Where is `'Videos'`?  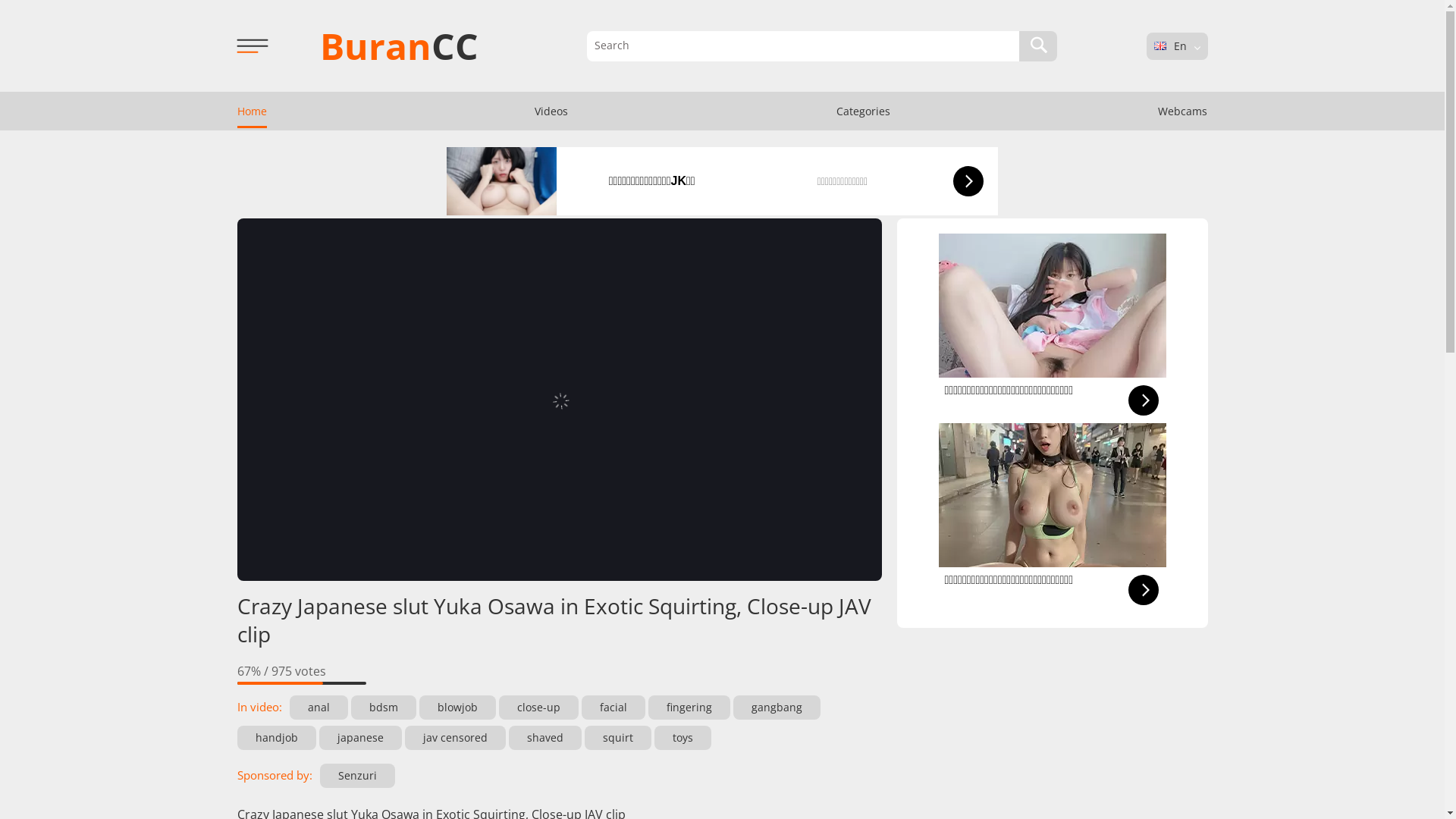
'Videos' is located at coordinates (550, 110).